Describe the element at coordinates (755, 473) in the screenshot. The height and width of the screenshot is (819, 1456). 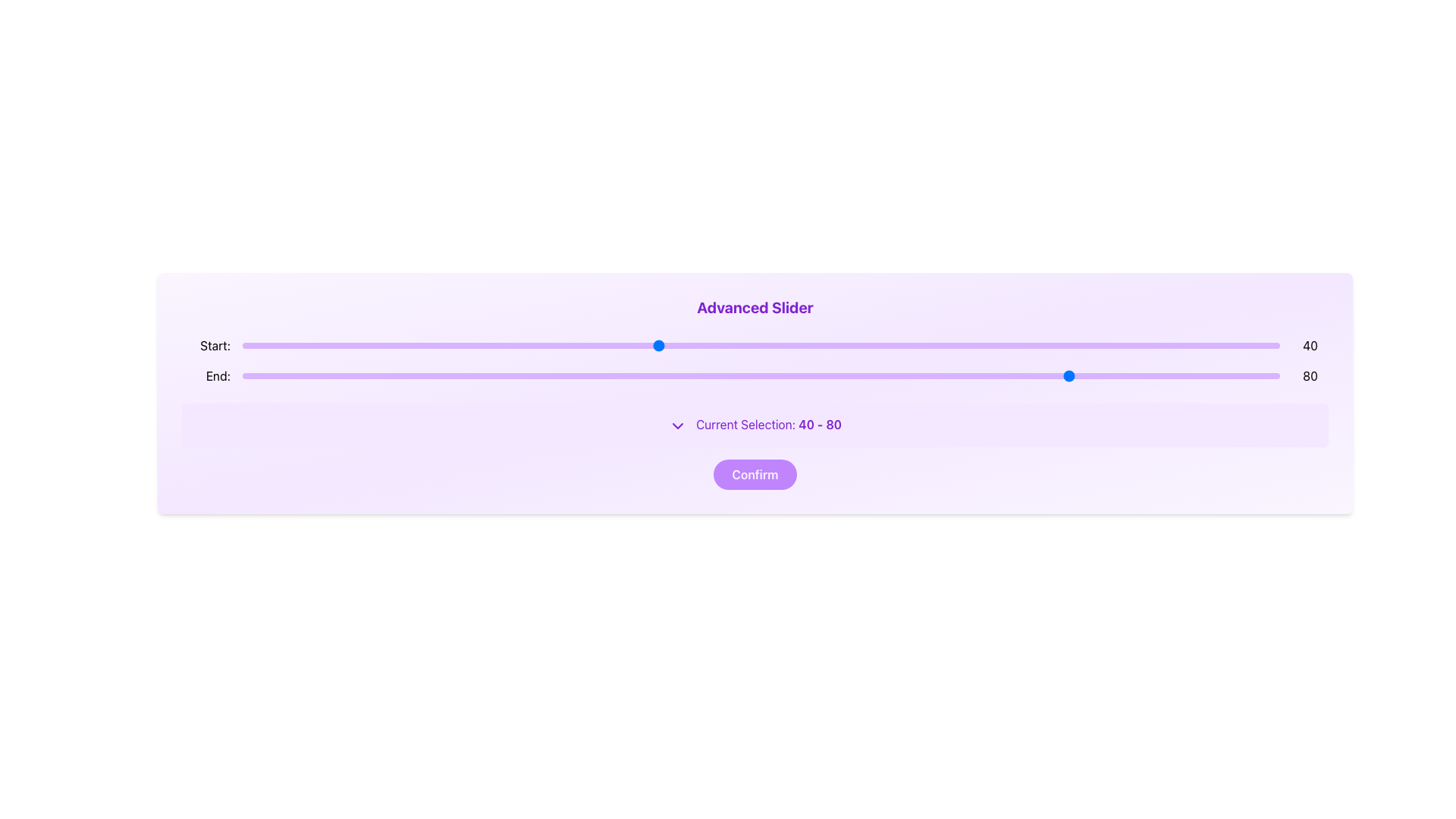
I see `the 'Confirm' button with rounded corners and a purple background` at that location.